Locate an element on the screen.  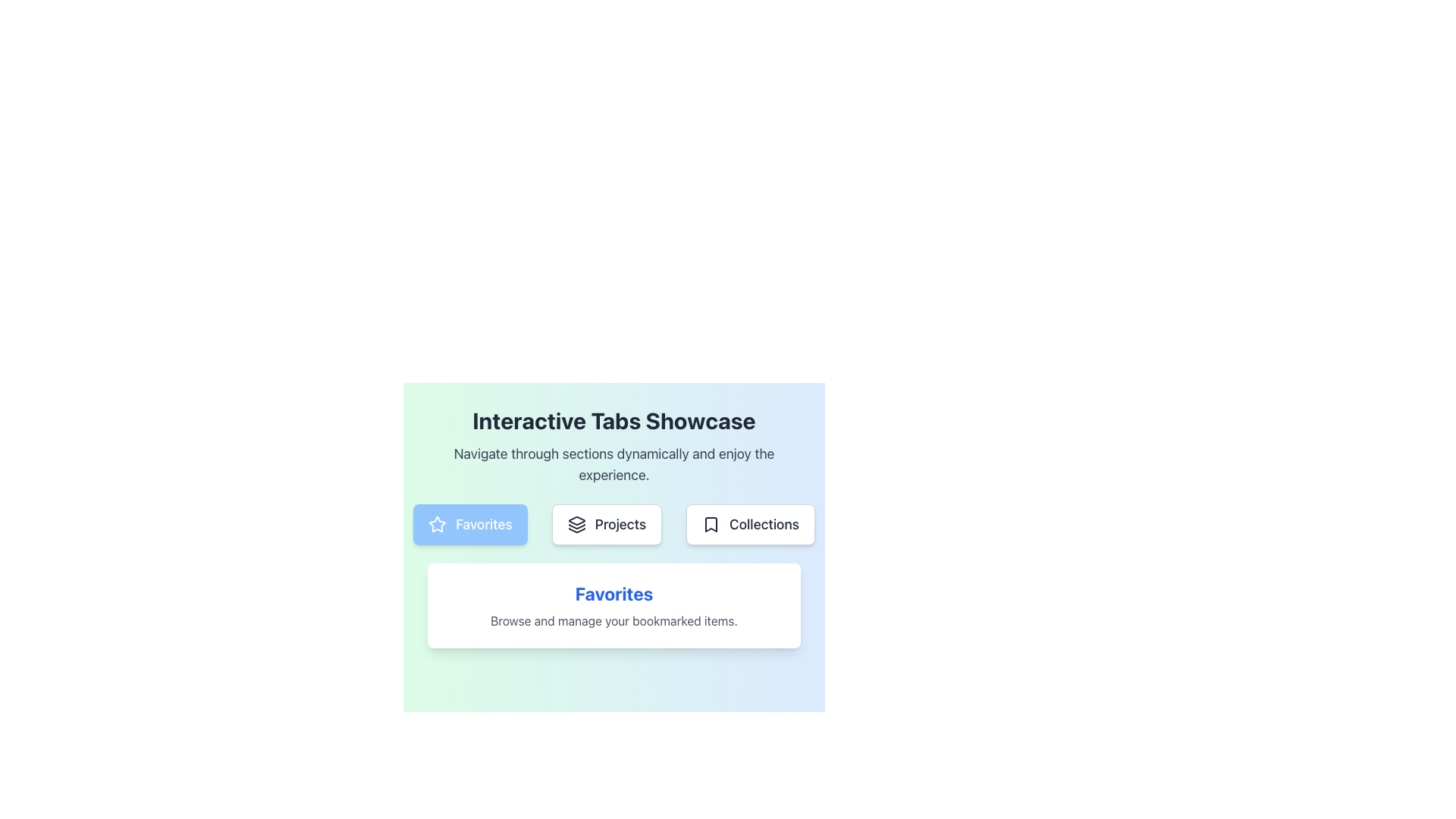
the Informational Text Block that describes the functionality of the interface, located above the interactive buttons 'Favorites', 'Projects', and 'Collections' is located at coordinates (614, 446).